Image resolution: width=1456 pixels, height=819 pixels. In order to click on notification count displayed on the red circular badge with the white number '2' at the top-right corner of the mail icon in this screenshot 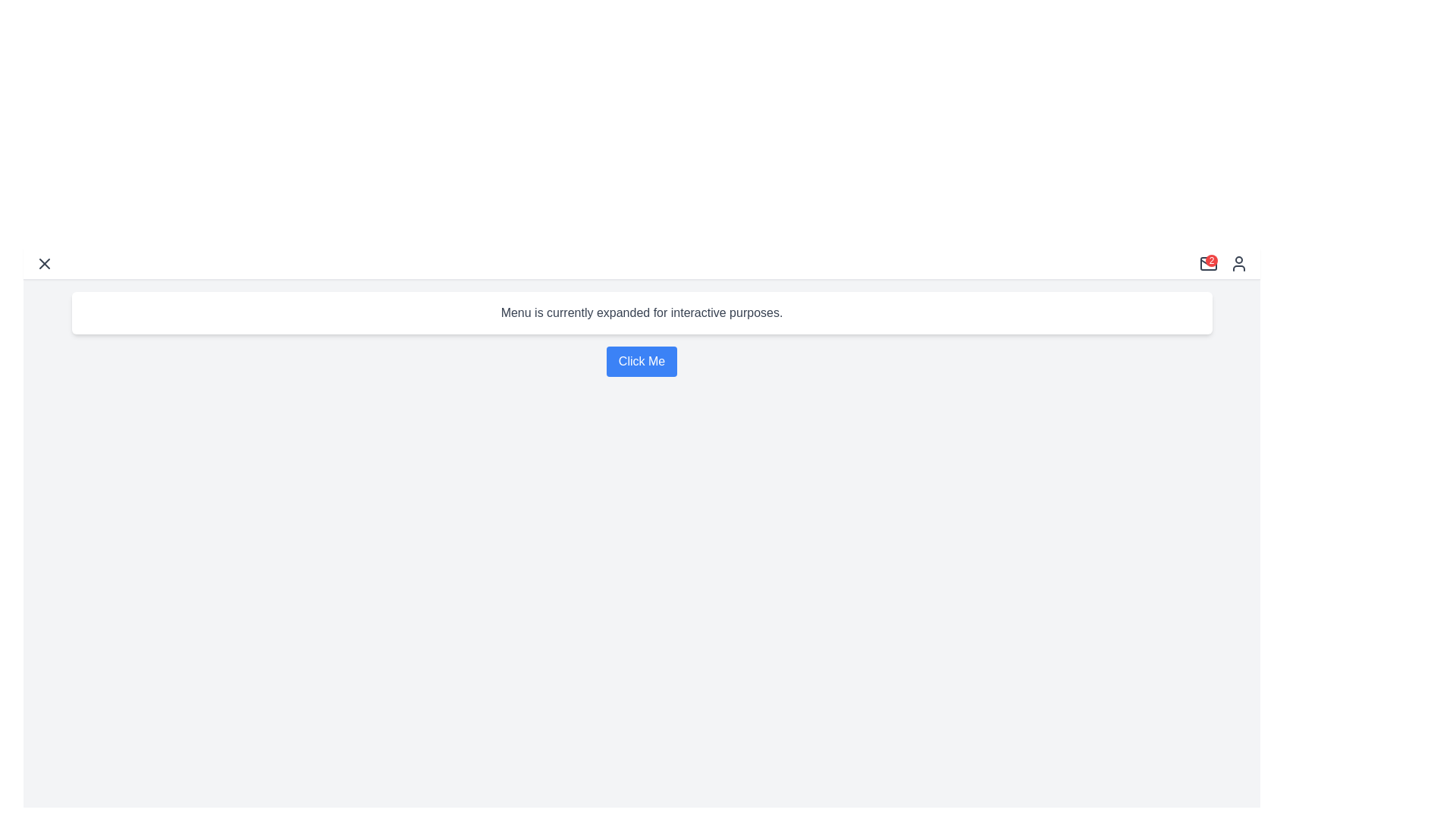, I will do `click(1211, 259)`.